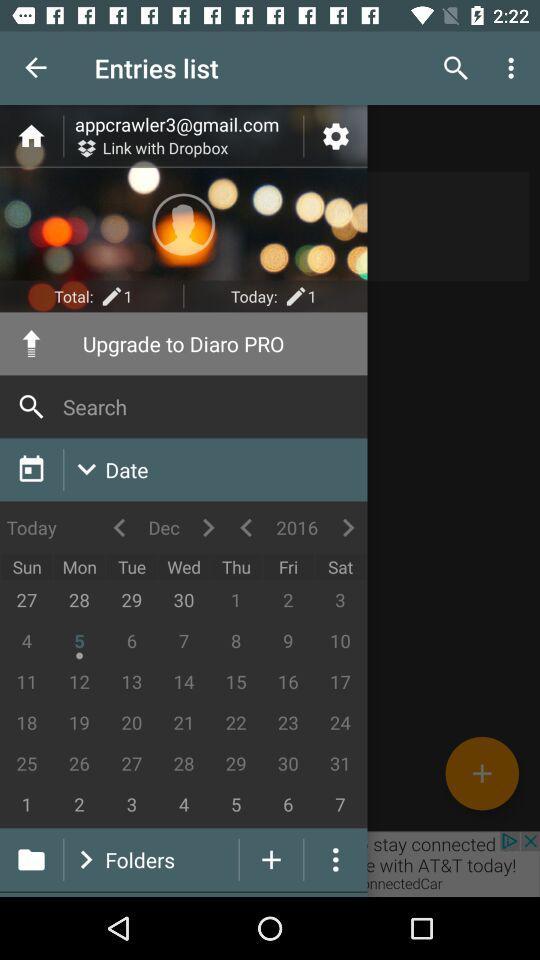  Describe the element at coordinates (184, 641) in the screenshot. I see `the number above 14` at that location.